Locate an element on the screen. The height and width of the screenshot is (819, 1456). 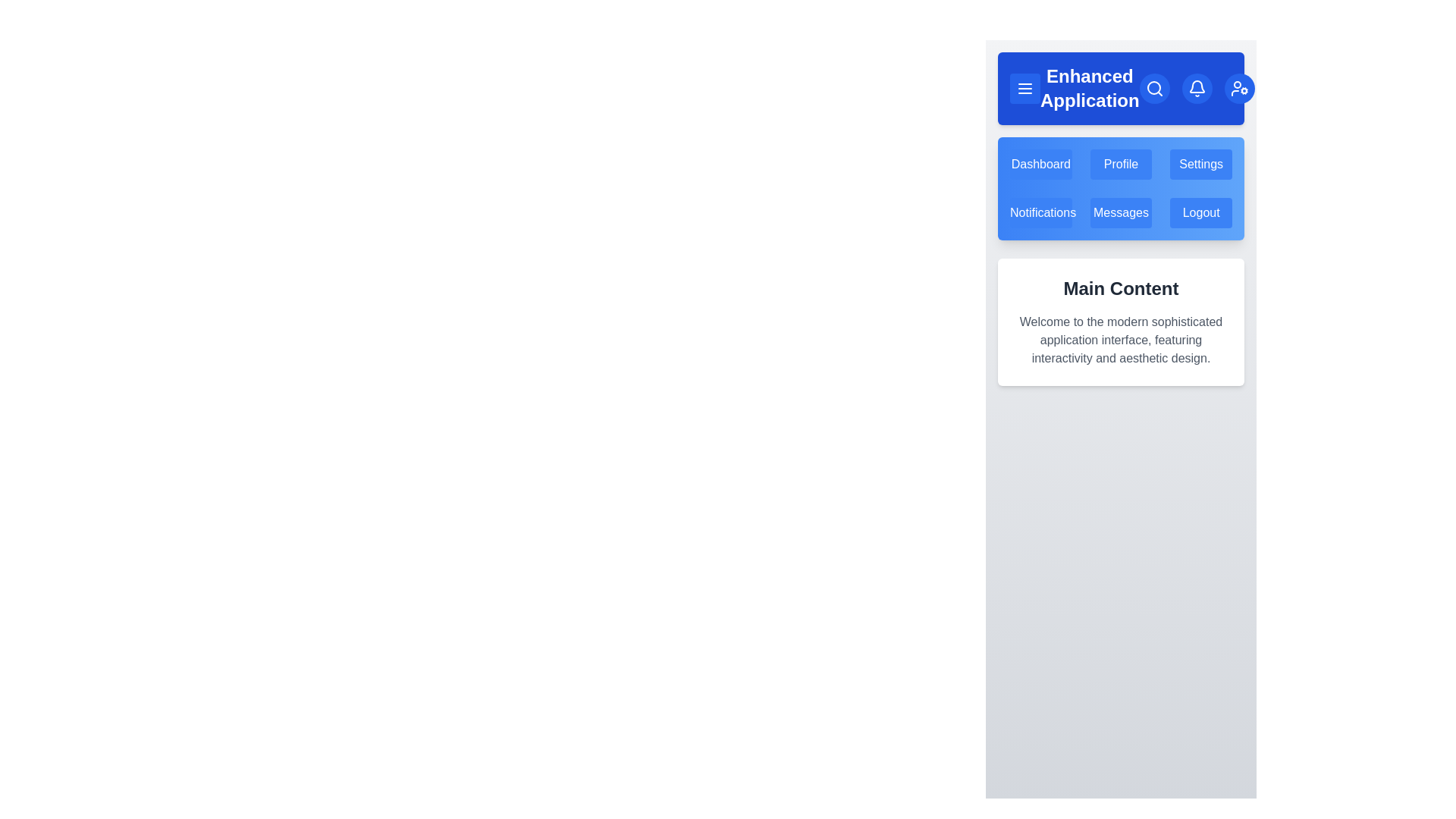
the menu item Dashboard is located at coordinates (1040, 164).